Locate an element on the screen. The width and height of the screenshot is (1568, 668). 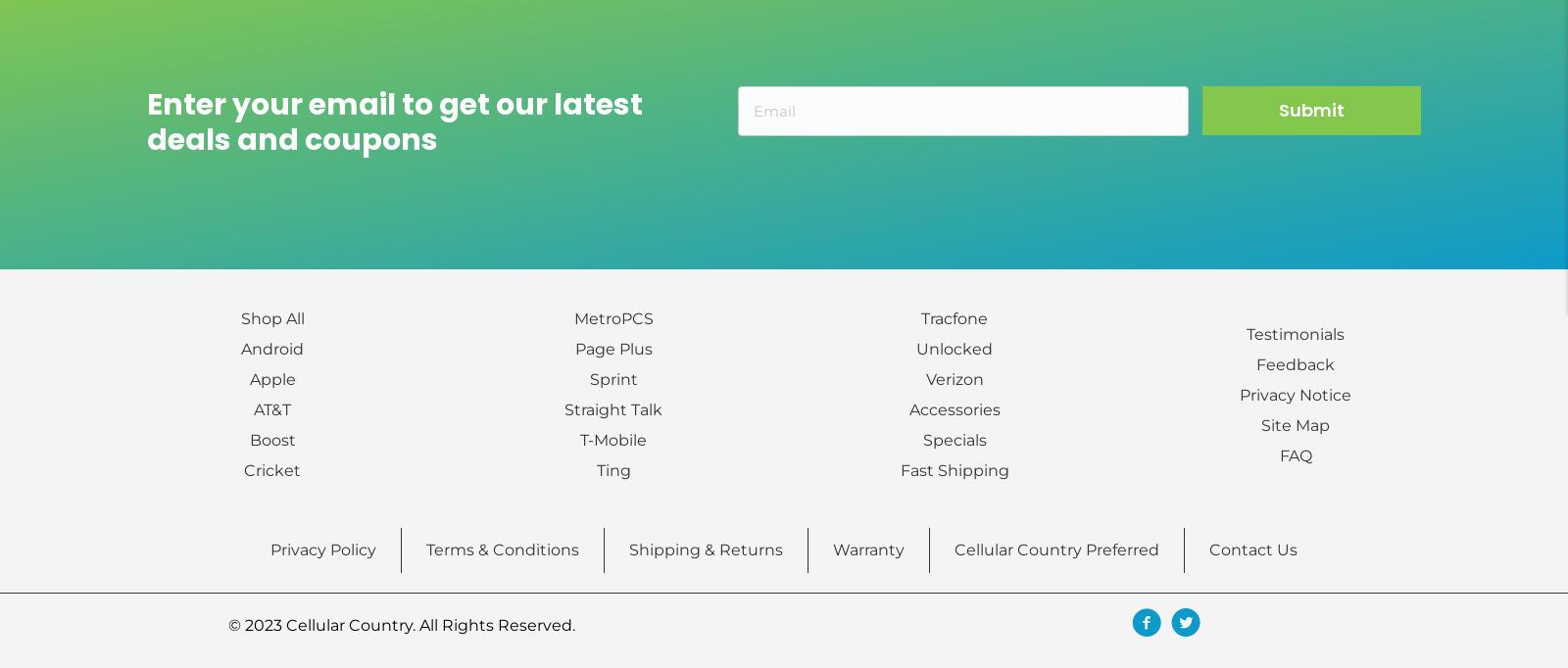
'Warranty' is located at coordinates (831, 549).